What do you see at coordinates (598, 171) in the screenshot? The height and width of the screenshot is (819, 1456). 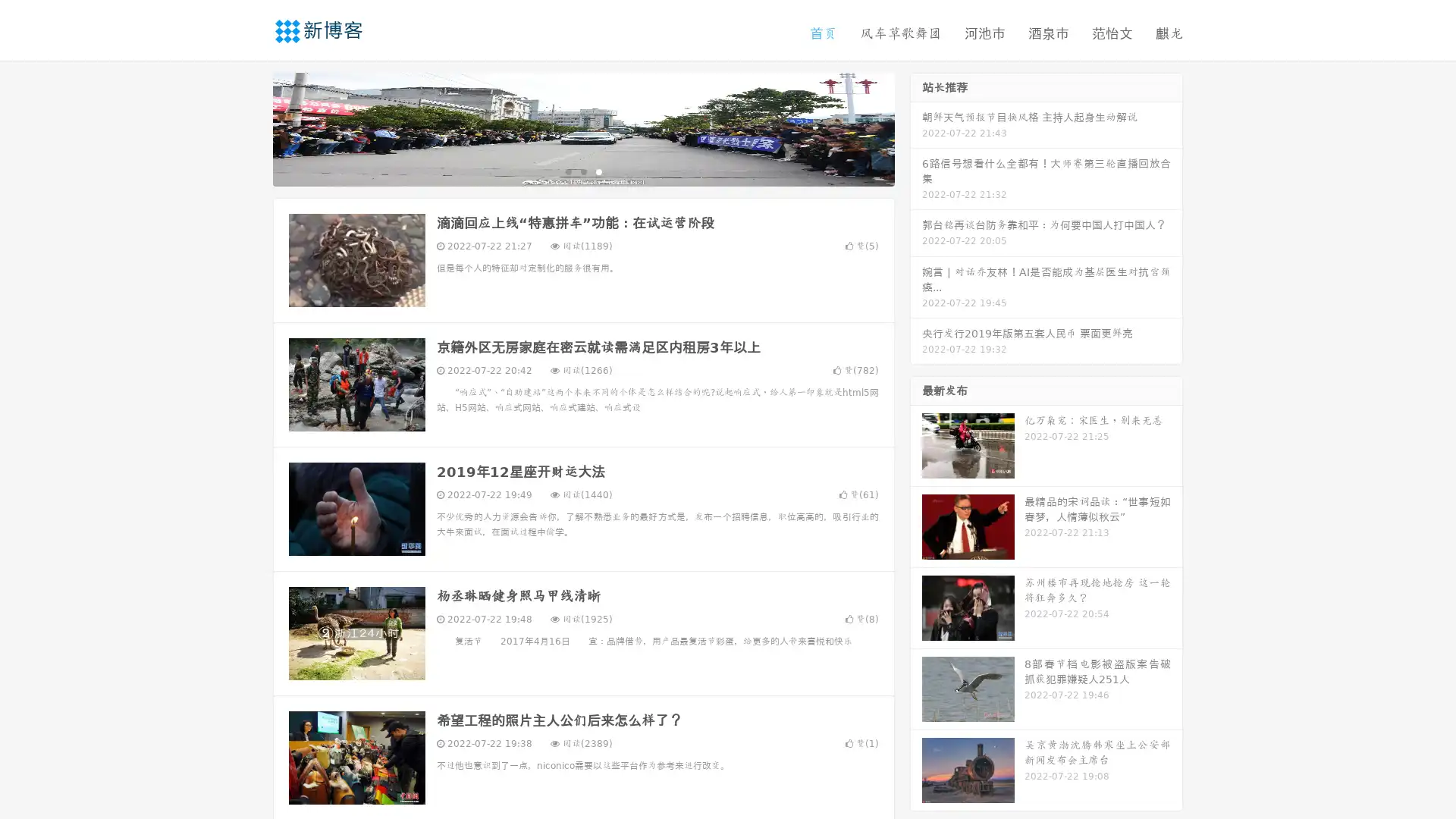 I see `Go to slide 3` at bounding box center [598, 171].